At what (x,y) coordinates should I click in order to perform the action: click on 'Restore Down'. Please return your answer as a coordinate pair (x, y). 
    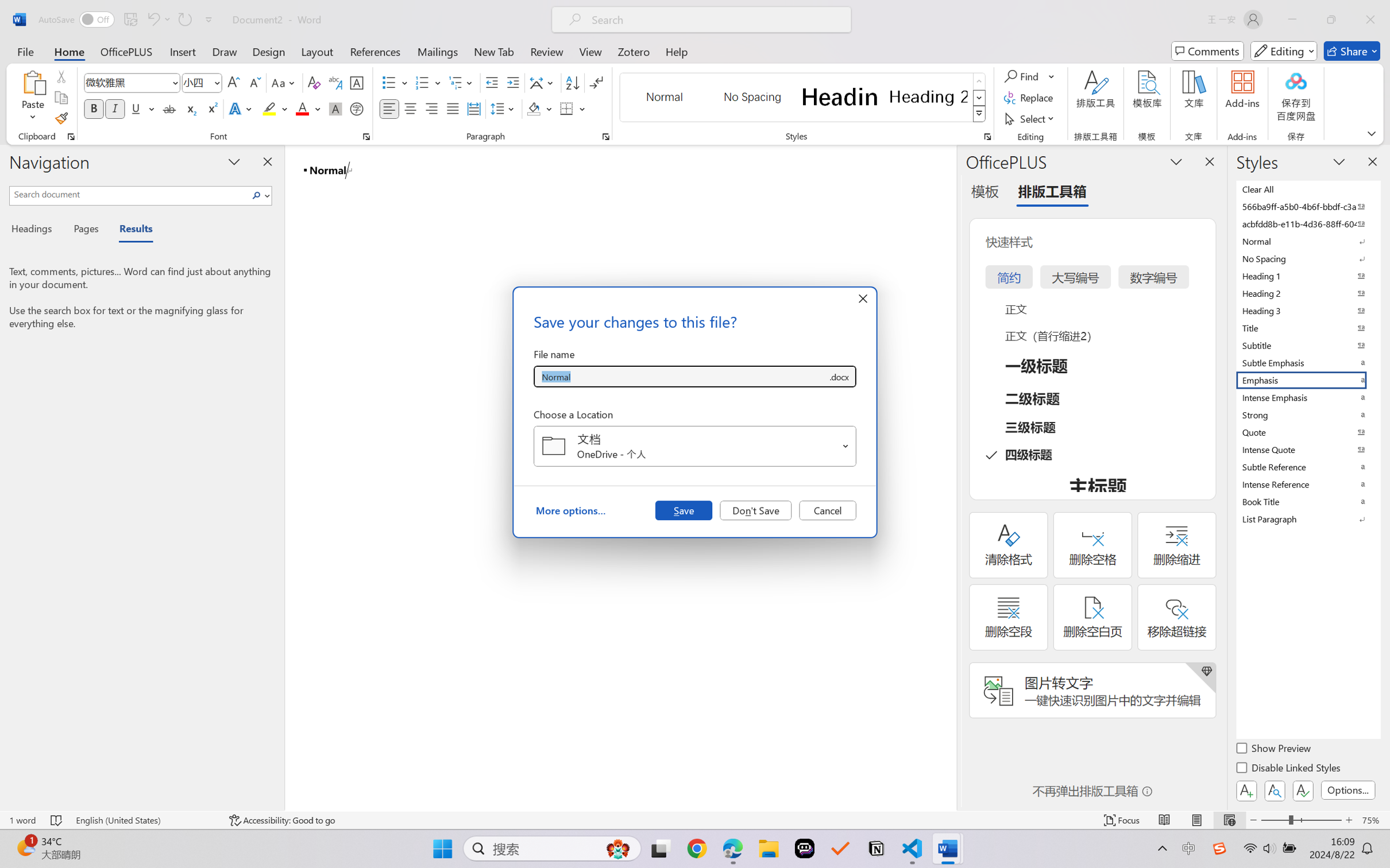
    Looking at the image, I should click on (1331, 19).